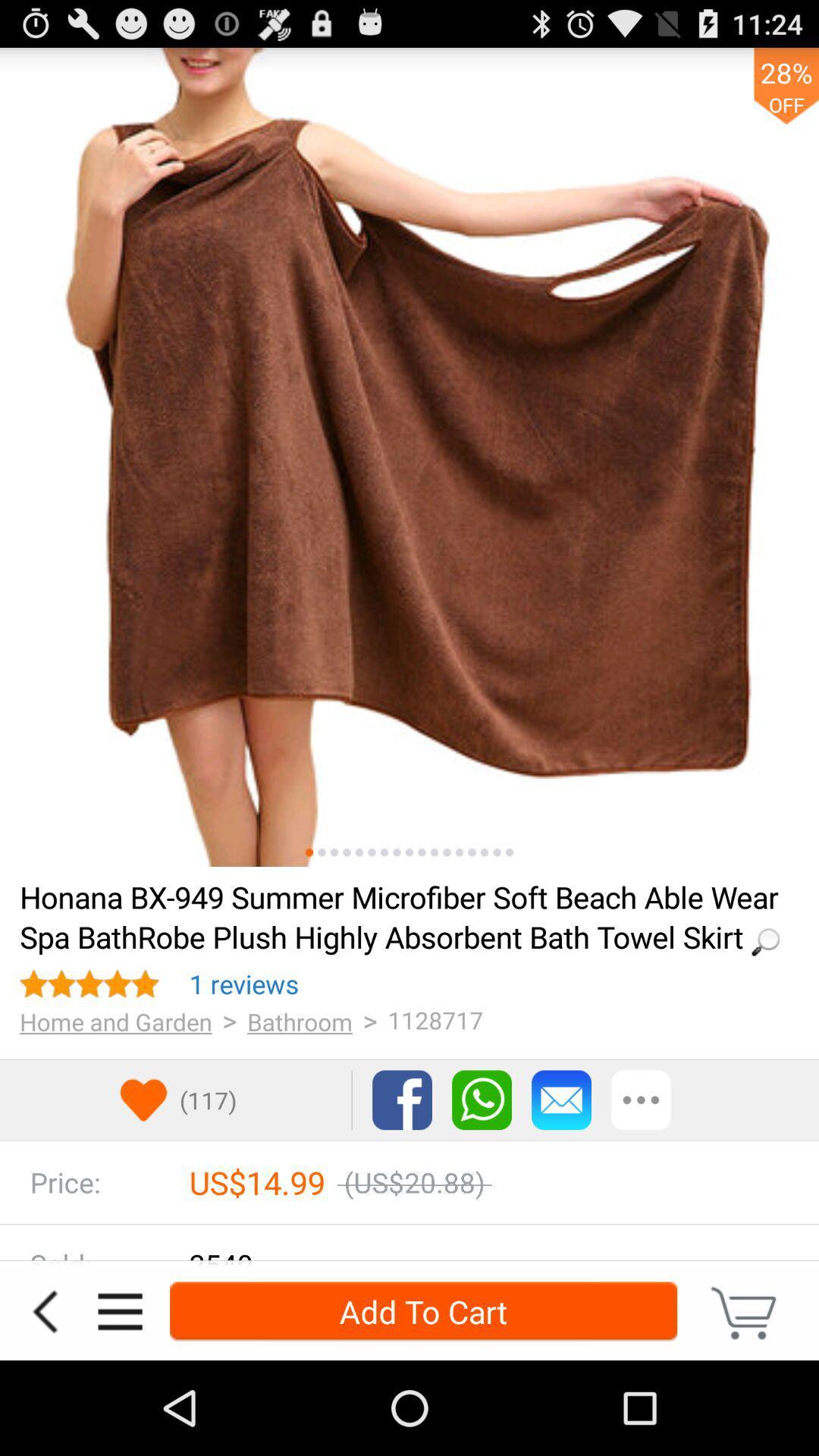  Describe the element at coordinates (458, 852) in the screenshot. I see `shows more images` at that location.